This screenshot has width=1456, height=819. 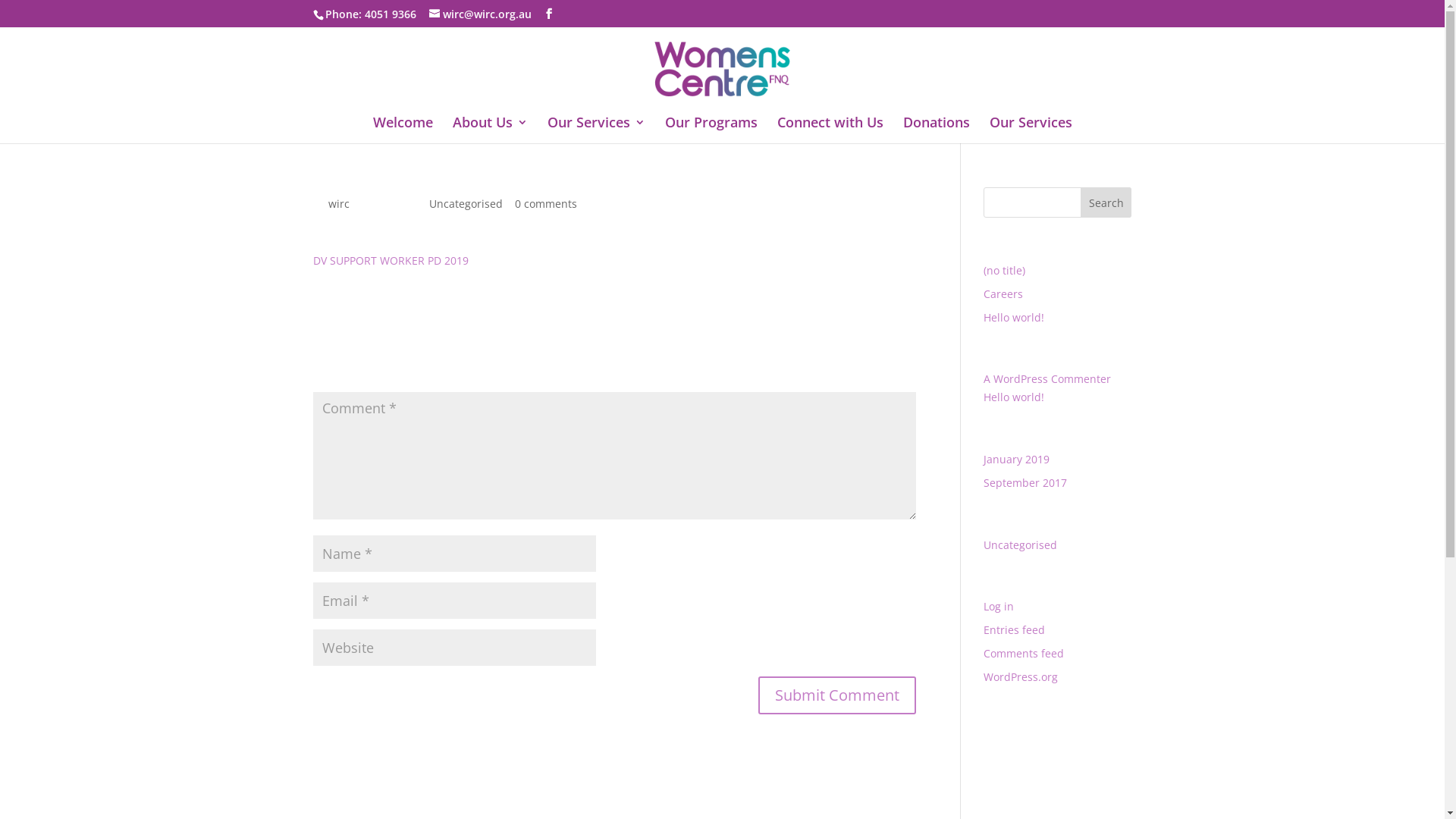 What do you see at coordinates (1014, 629) in the screenshot?
I see `'Entries feed'` at bounding box center [1014, 629].